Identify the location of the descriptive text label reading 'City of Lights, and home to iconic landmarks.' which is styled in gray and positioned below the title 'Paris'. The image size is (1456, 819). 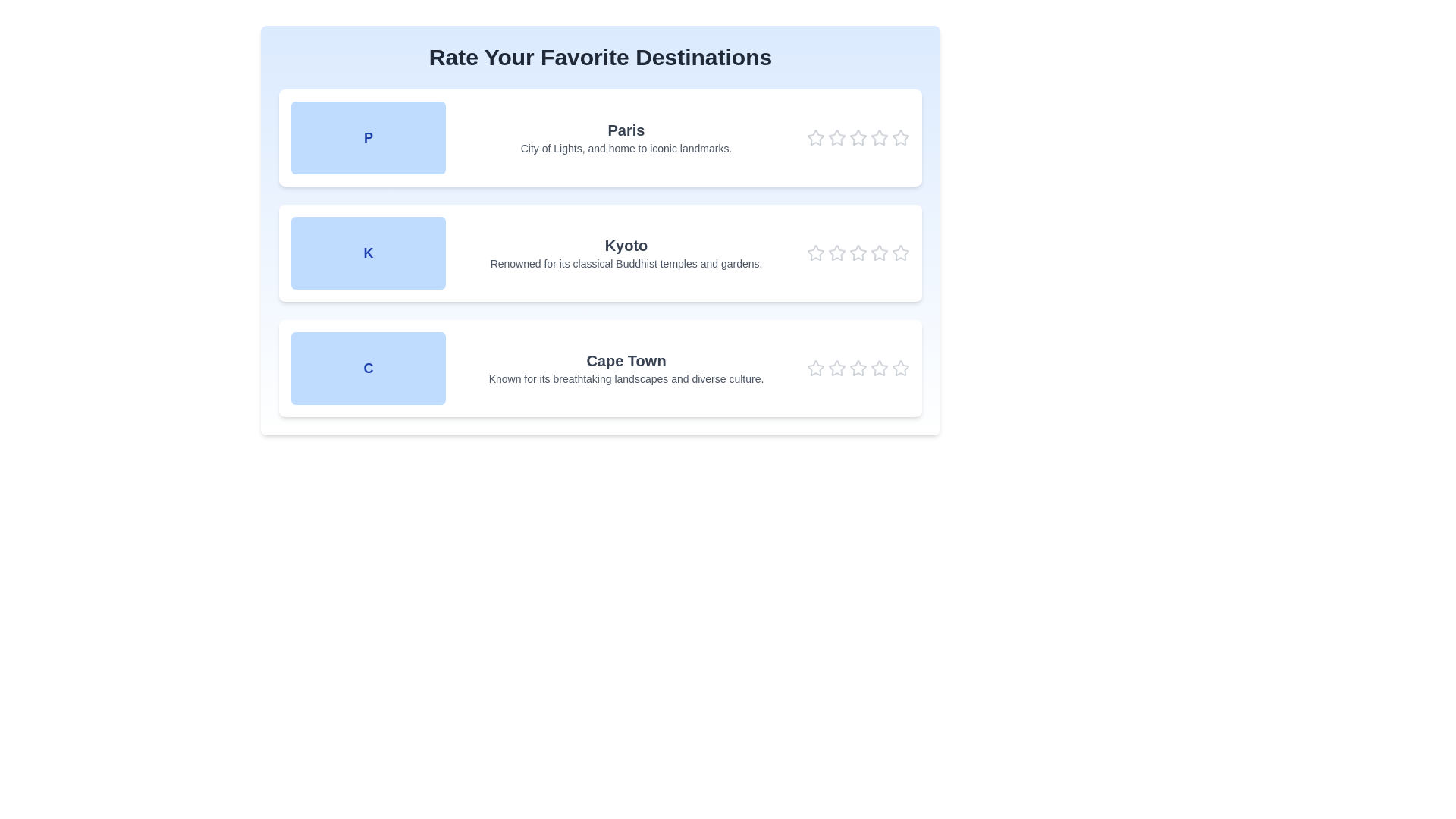
(626, 149).